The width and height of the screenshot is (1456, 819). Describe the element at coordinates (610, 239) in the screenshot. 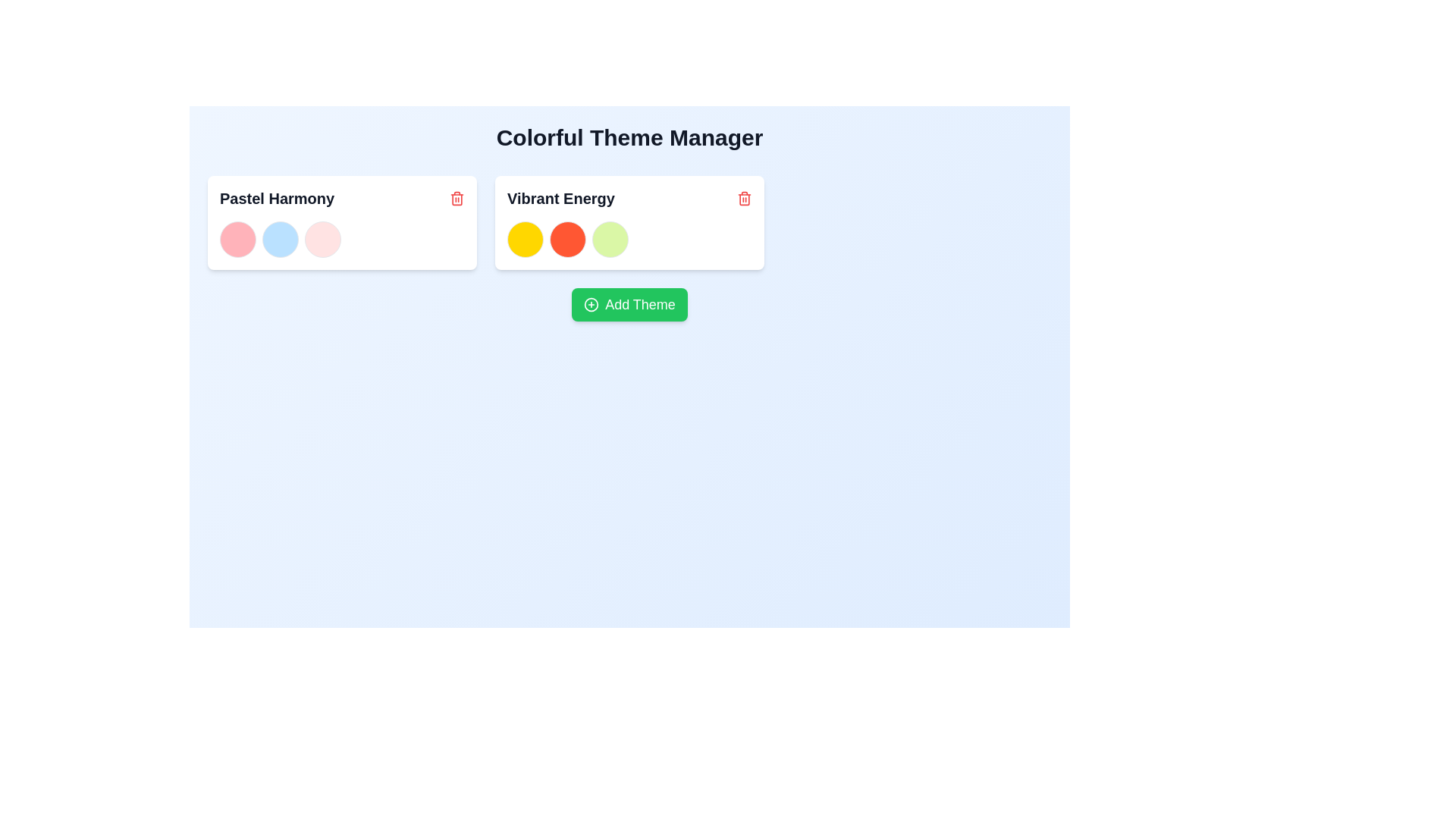

I see `the third circular visual decoration with a lime-green background in the 'Vibrant Energy' card` at that location.